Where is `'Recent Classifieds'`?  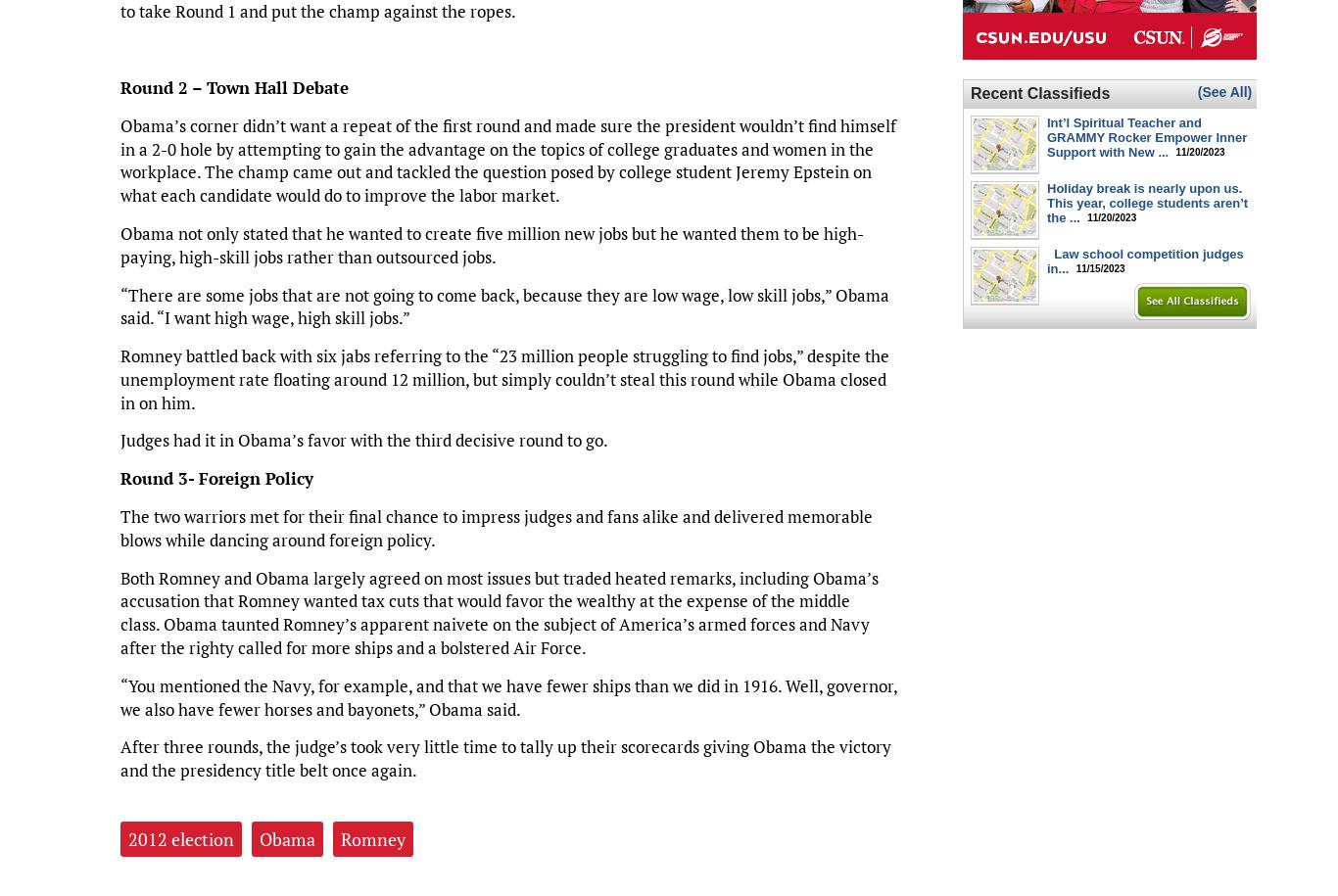 'Recent Classifieds' is located at coordinates (1040, 91).